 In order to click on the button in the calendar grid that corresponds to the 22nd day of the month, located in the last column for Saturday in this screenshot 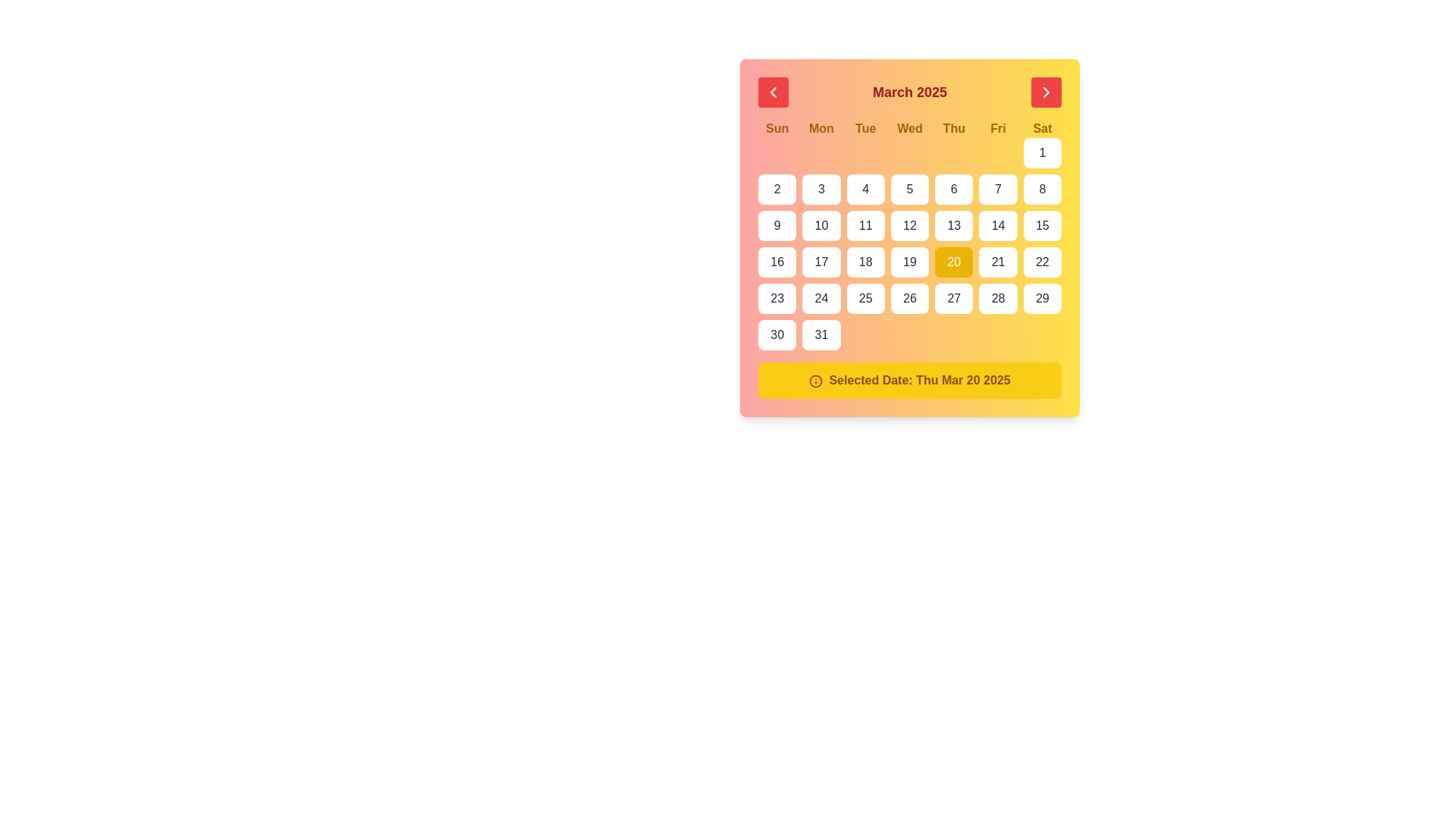, I will do `click(1041, 262)`.